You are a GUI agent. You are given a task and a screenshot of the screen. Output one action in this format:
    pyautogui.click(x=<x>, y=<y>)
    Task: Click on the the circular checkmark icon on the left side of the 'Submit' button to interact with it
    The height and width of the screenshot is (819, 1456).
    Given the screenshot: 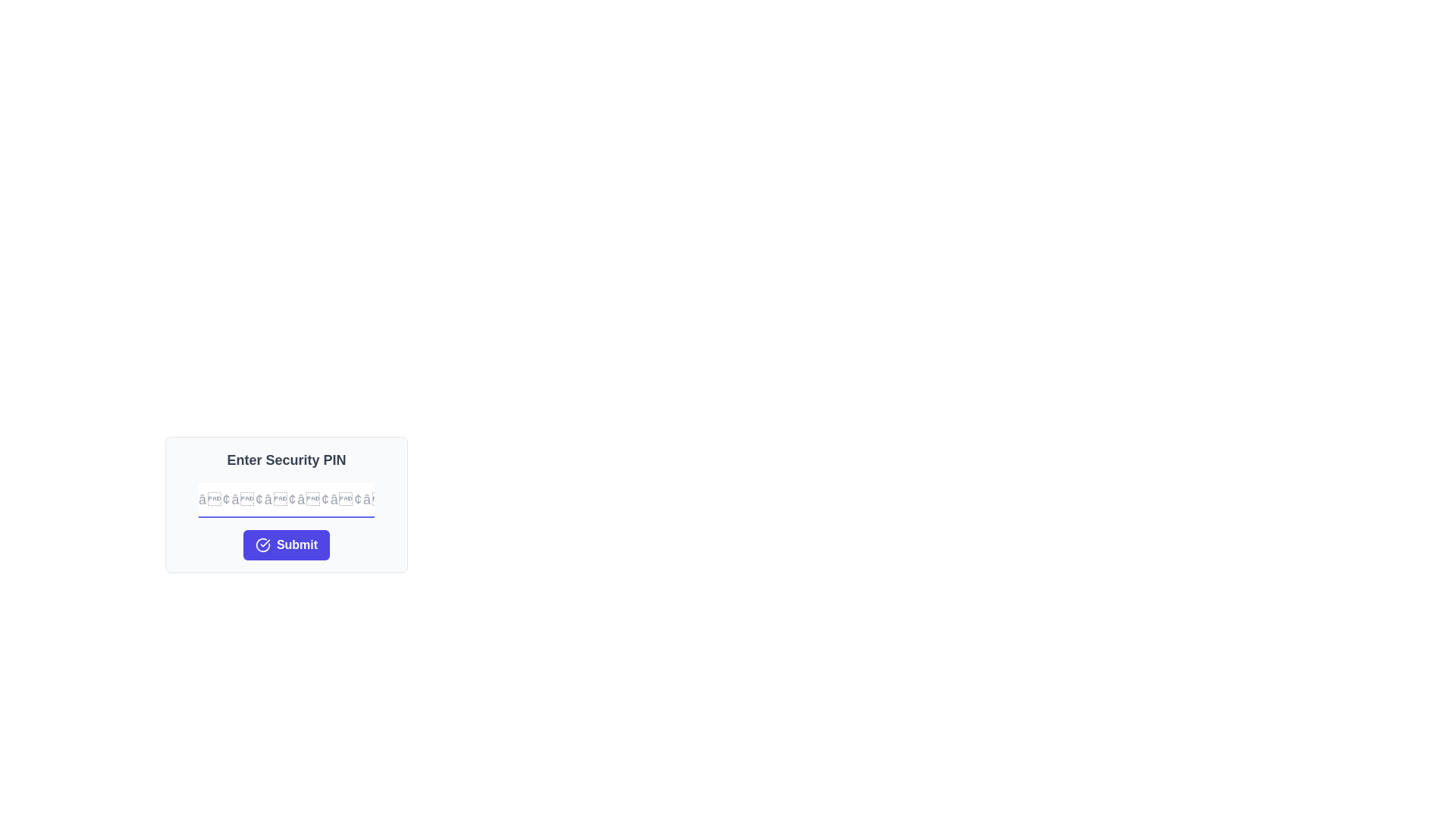 What is the action you would take?
    pyautogui.click(x=262, y=544)
    